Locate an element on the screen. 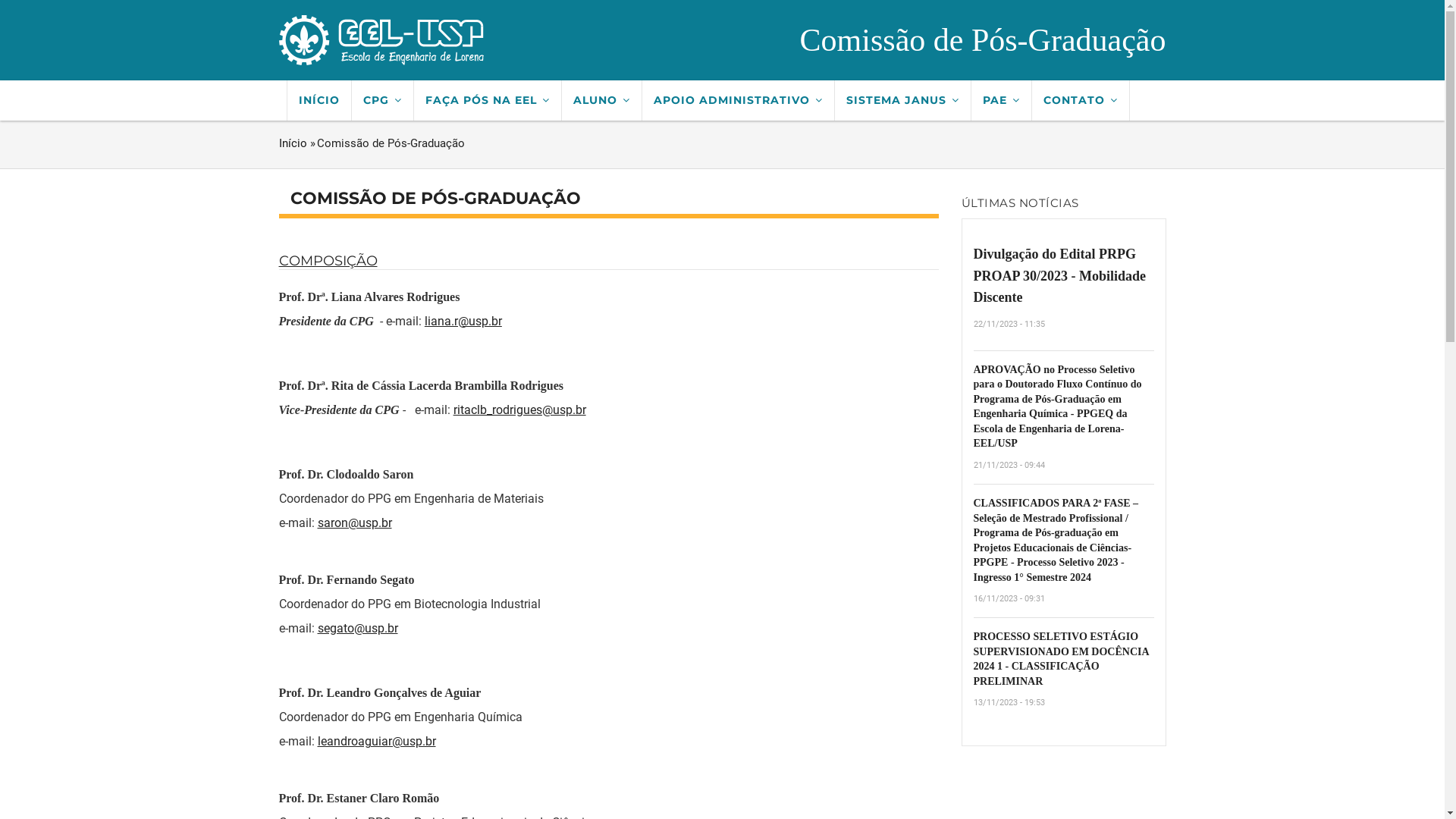 The height and width of the screenshot is (819, 1456). 'CONTATO' is located at coordinates (1079, 100).